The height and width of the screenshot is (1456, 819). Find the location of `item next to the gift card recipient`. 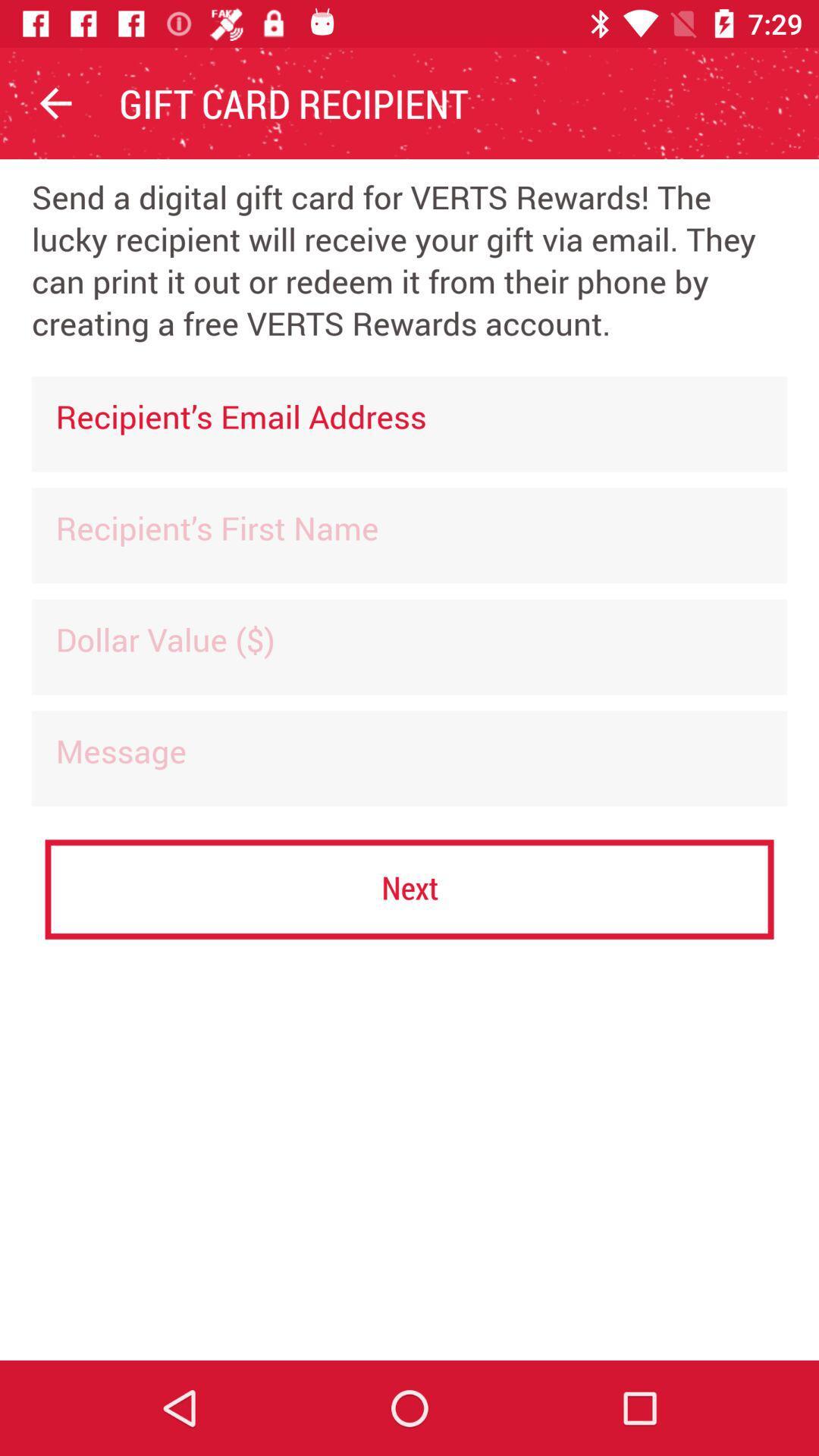

item next to the gift card recipient is located at coordinates (55, 102).